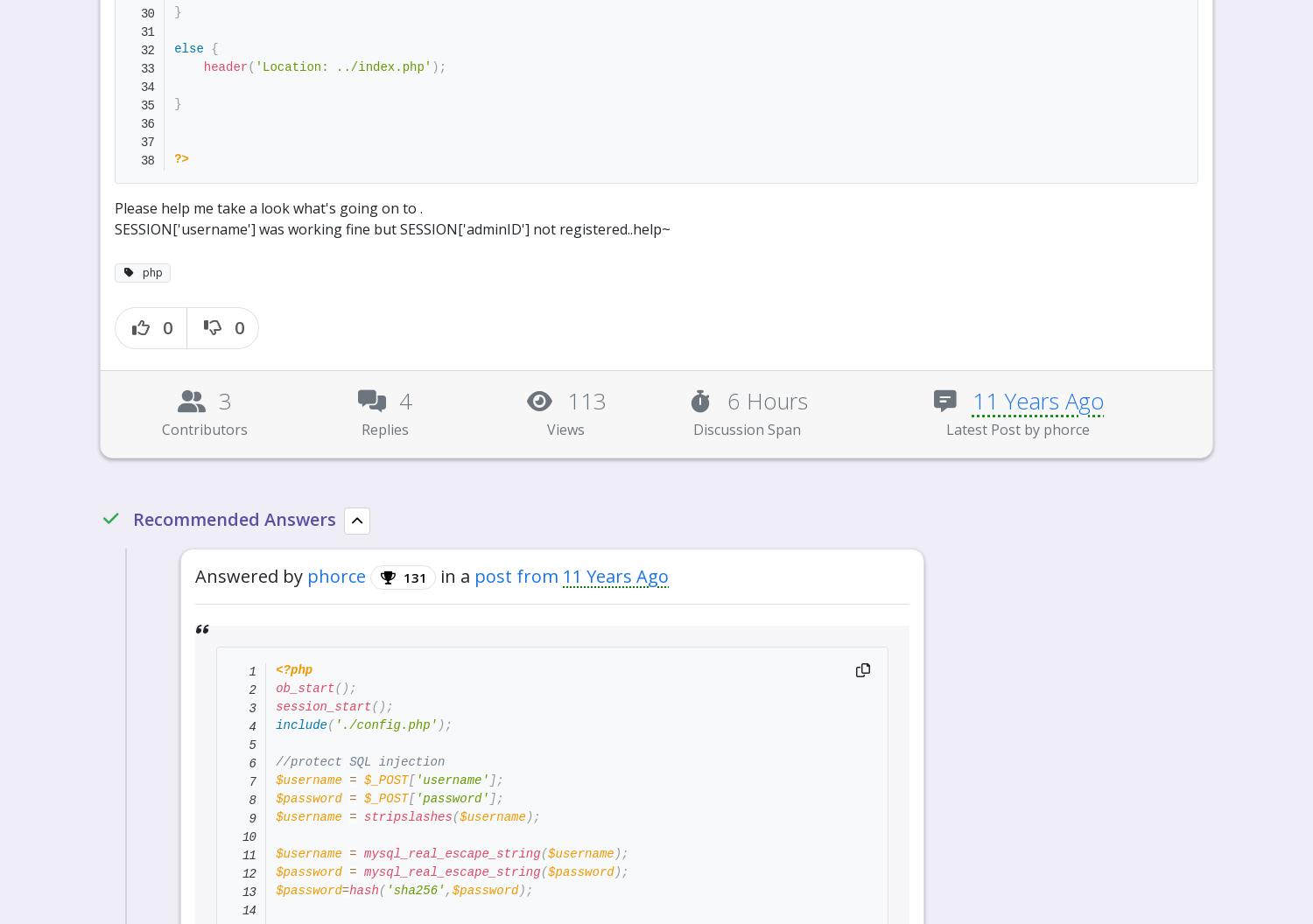 The height and width of the screenshot is (924, 1313). Describe the element at coordinates (1009, 173) in the screenshot. I see `'Topics Feed'` at that location.